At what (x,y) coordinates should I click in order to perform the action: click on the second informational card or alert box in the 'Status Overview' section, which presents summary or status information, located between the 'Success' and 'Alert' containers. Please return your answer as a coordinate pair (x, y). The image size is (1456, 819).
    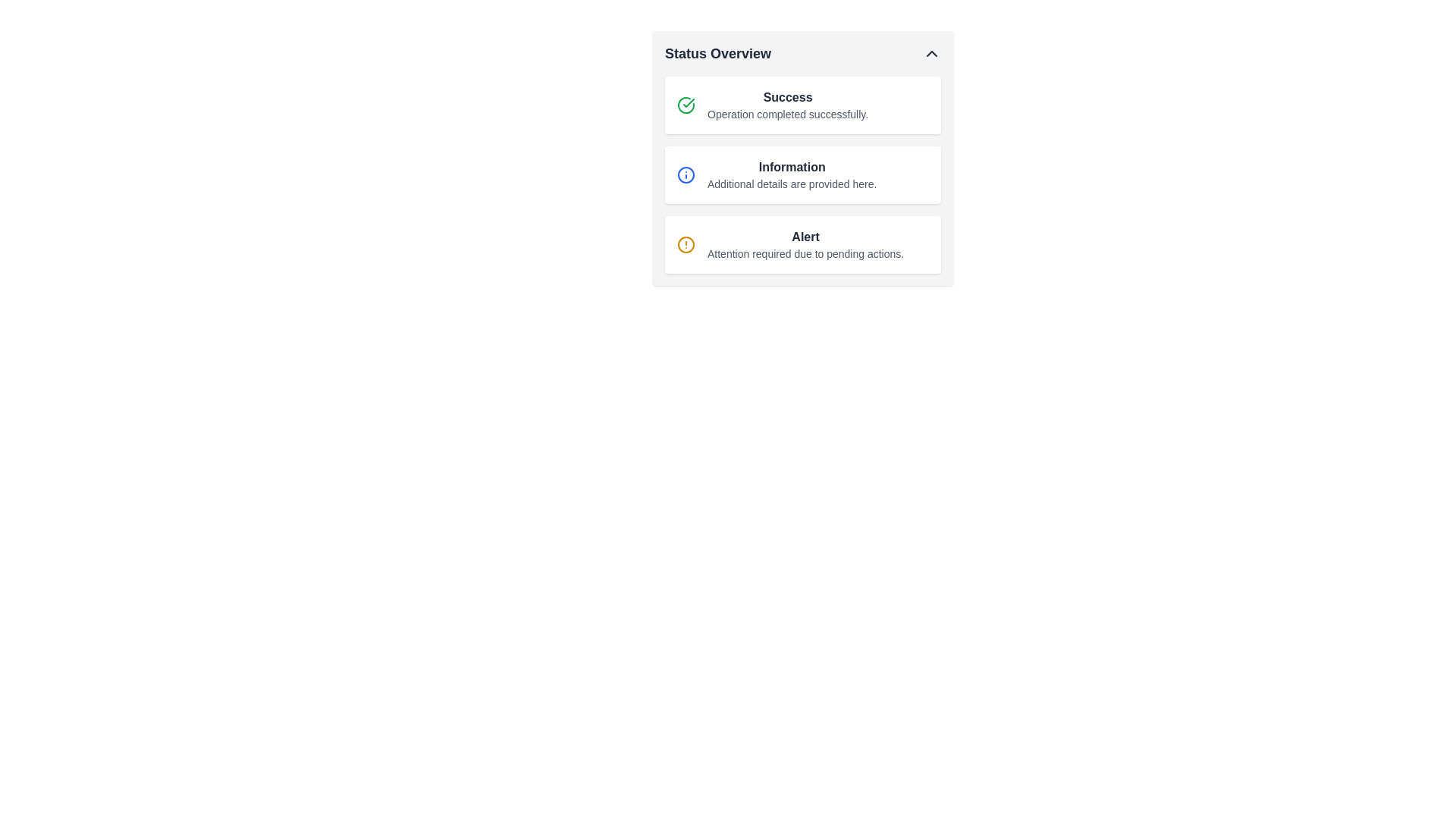
    Looking at the image, I should click on (802, 174).